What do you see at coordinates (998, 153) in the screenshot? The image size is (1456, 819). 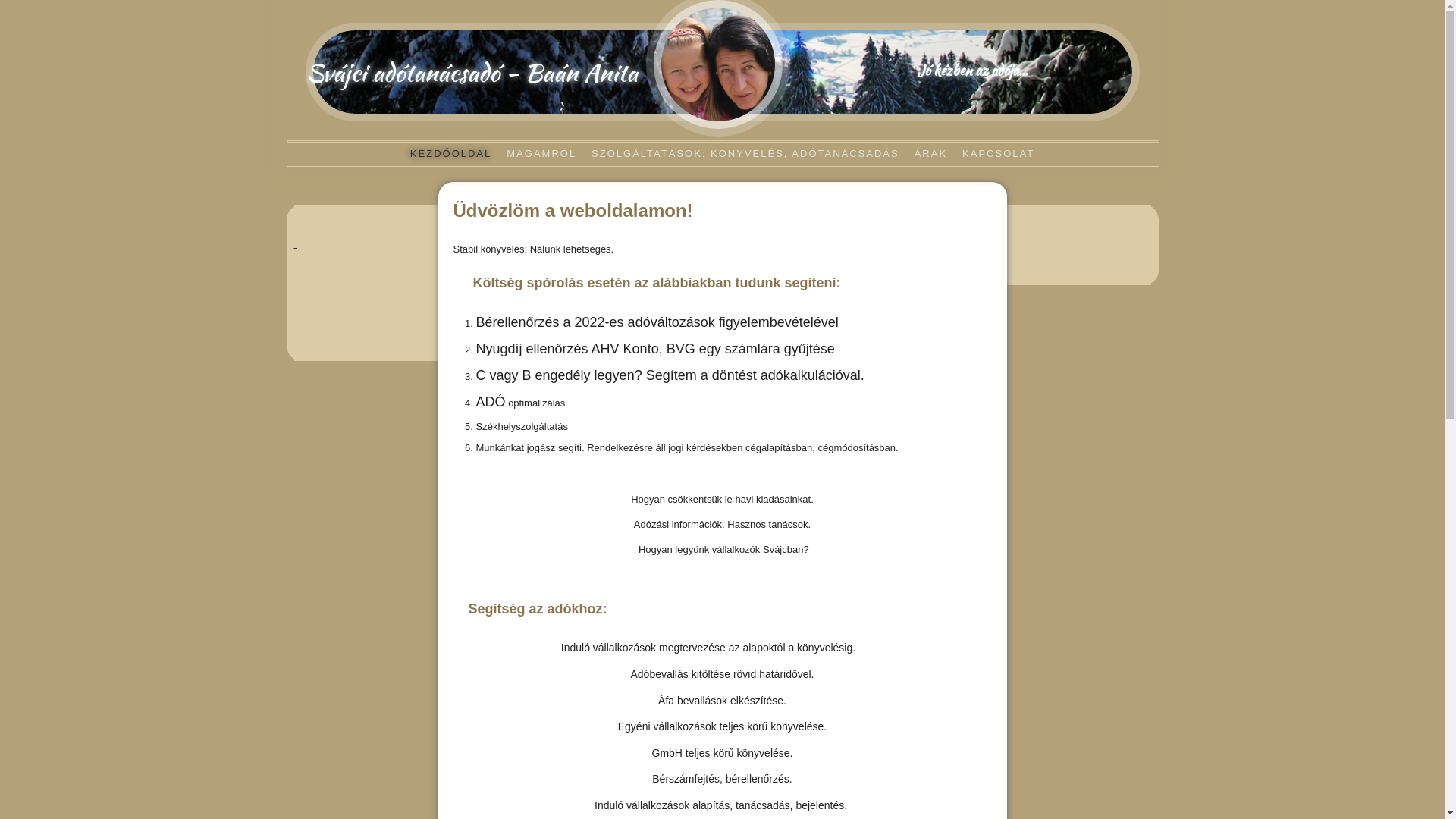 I see `'KAPCSOLAT'` at bounding box center [998, 153].